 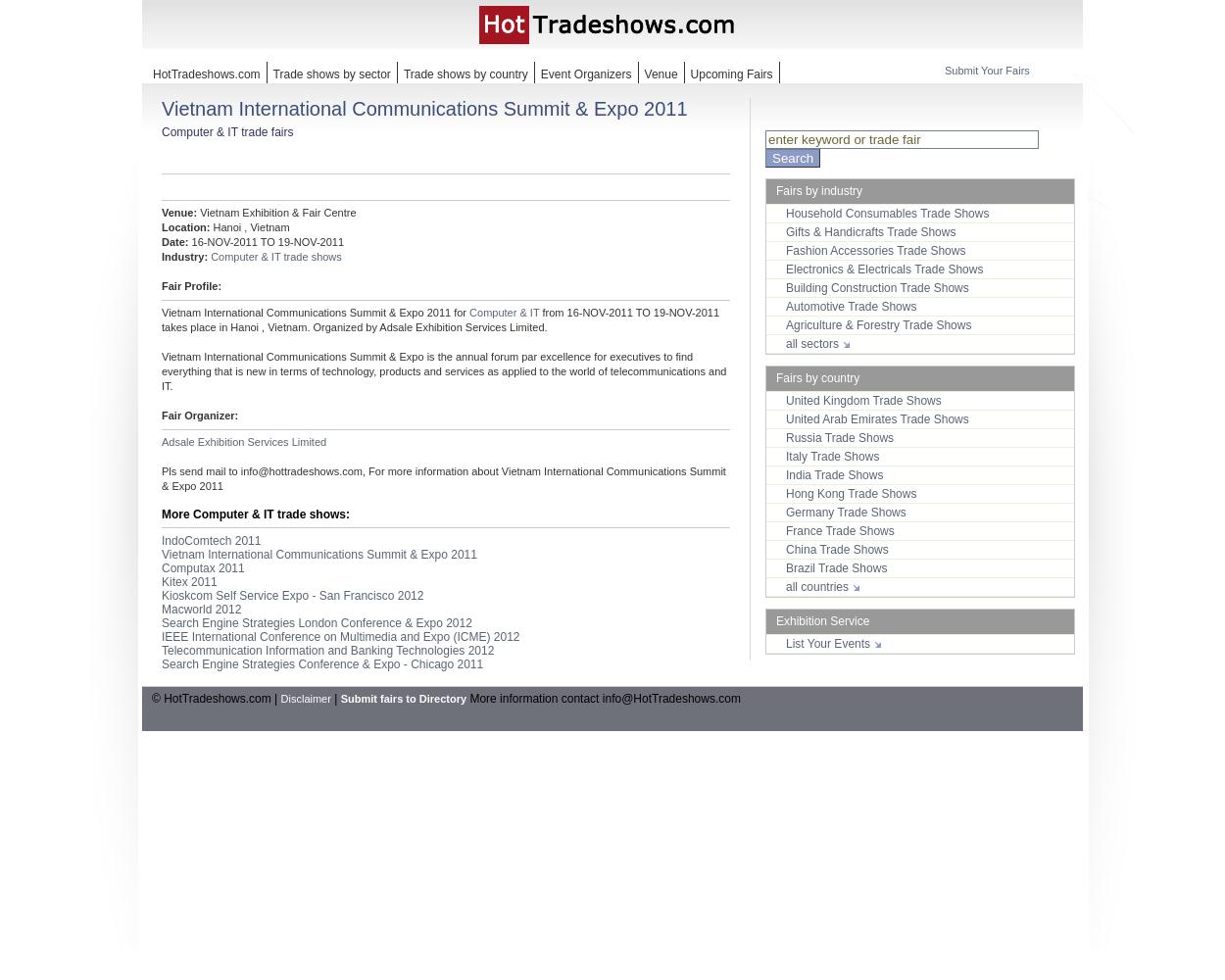 I want to click on 'Kioskcom Self Service Expo - San Francisco 2012', so click(x=292, y=595).